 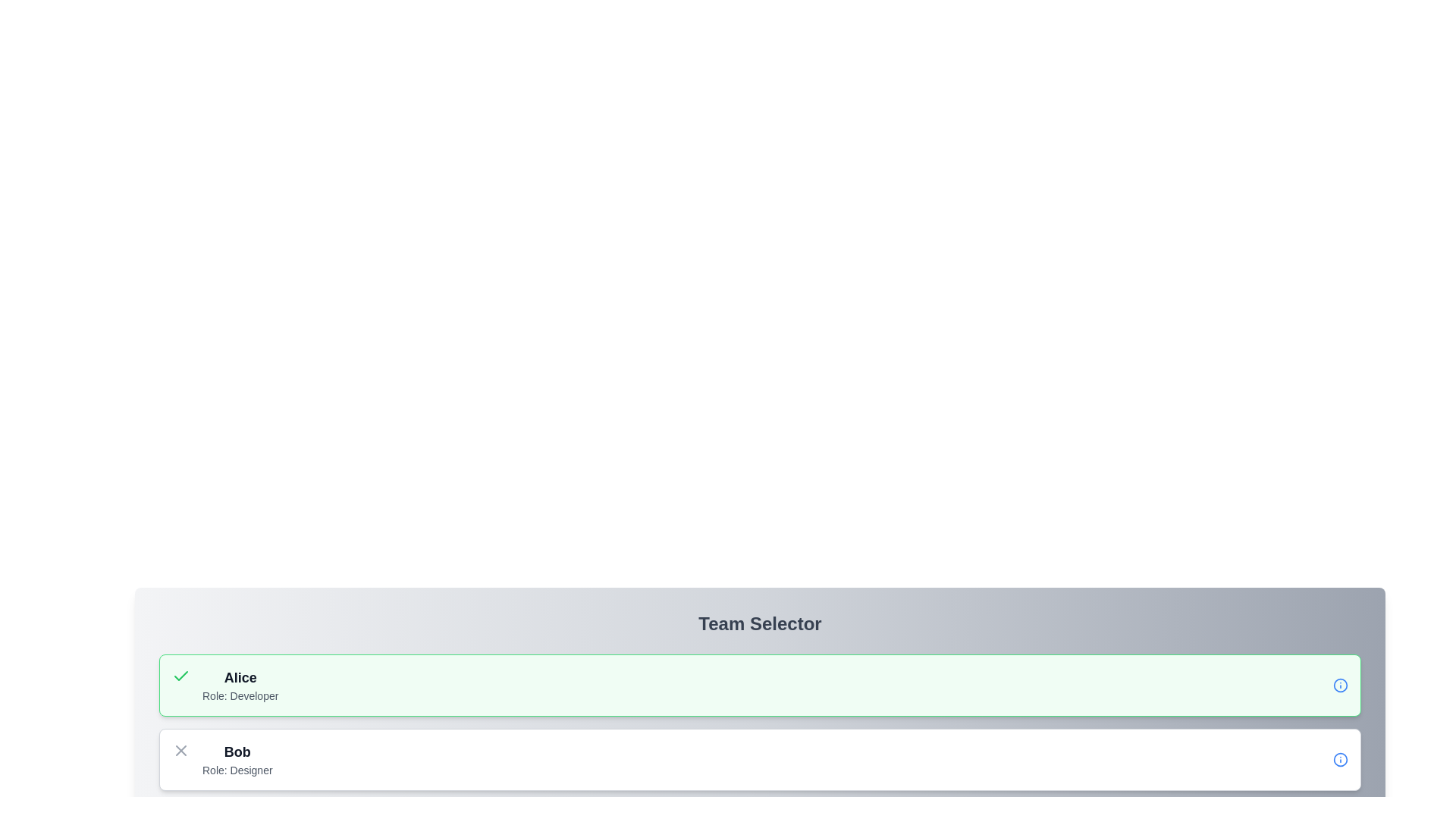 I want to click on the Information Icon located at the far right of the card for 'Bob - Role: Designer', so click(x=1340, y=760).